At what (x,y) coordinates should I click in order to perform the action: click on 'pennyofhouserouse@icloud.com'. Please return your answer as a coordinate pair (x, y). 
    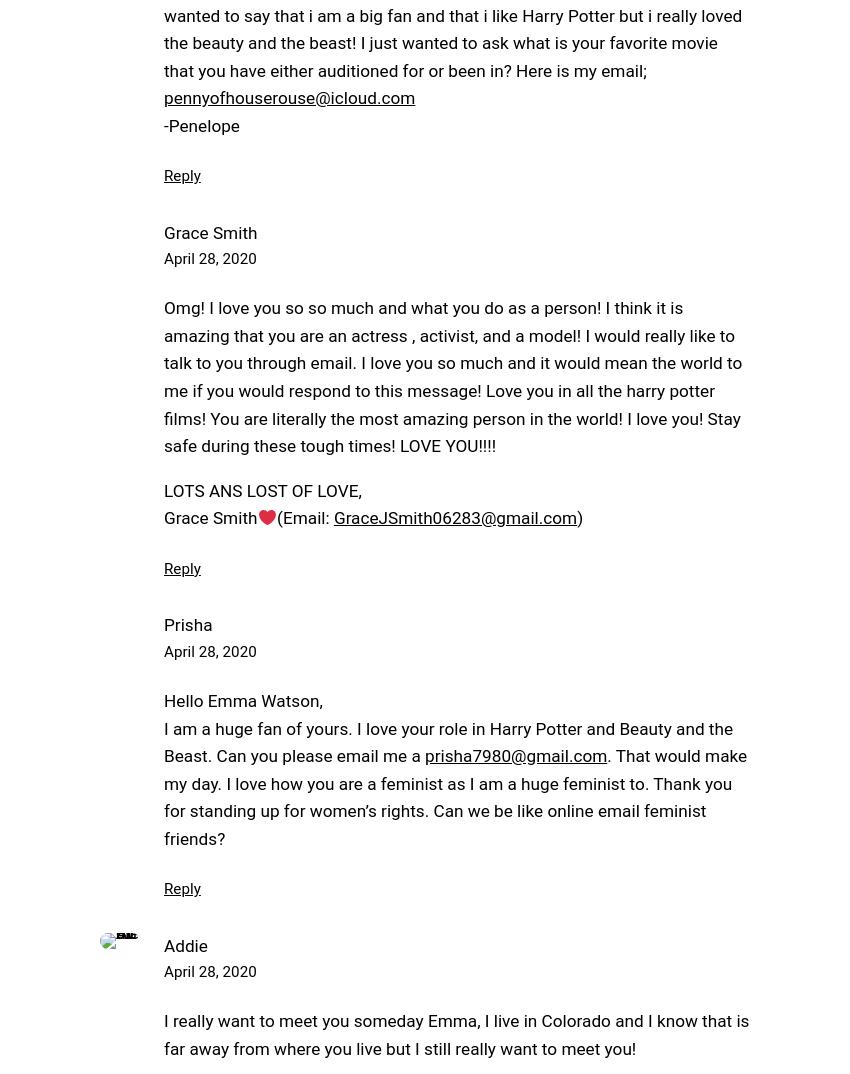
    Looking at the image, I should click on (288, 97).